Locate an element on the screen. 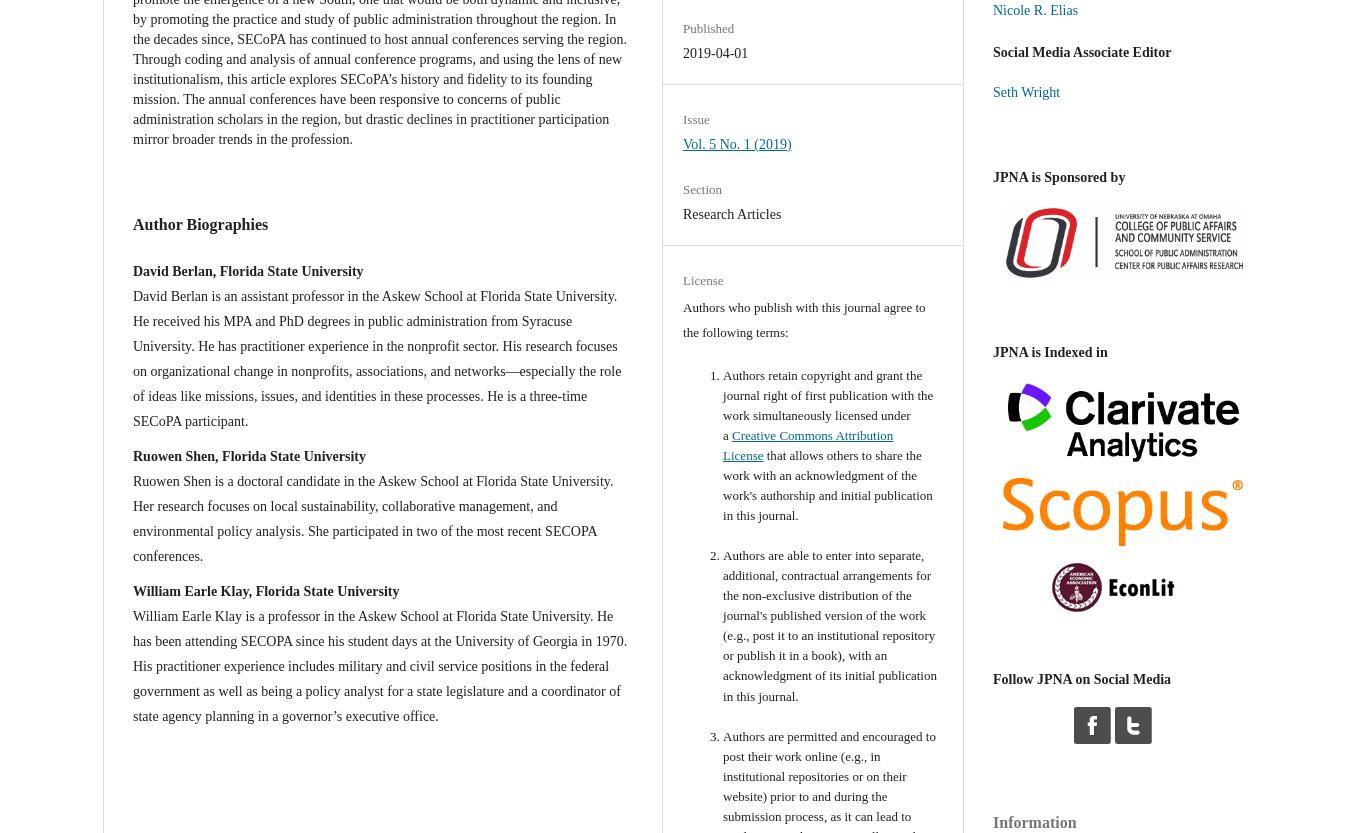 Image resolution: width=1366 pixels, height=833 pixels. 'Authors are able to enter into separate, additional, contractual arrangements for the non-exclusive distribution of the journal's published version of the work (e.g., post it to an institutional repository or publish it in a book), with an acknowledgment of its initial publication in this journal.' is located at coordinates (828, 625).